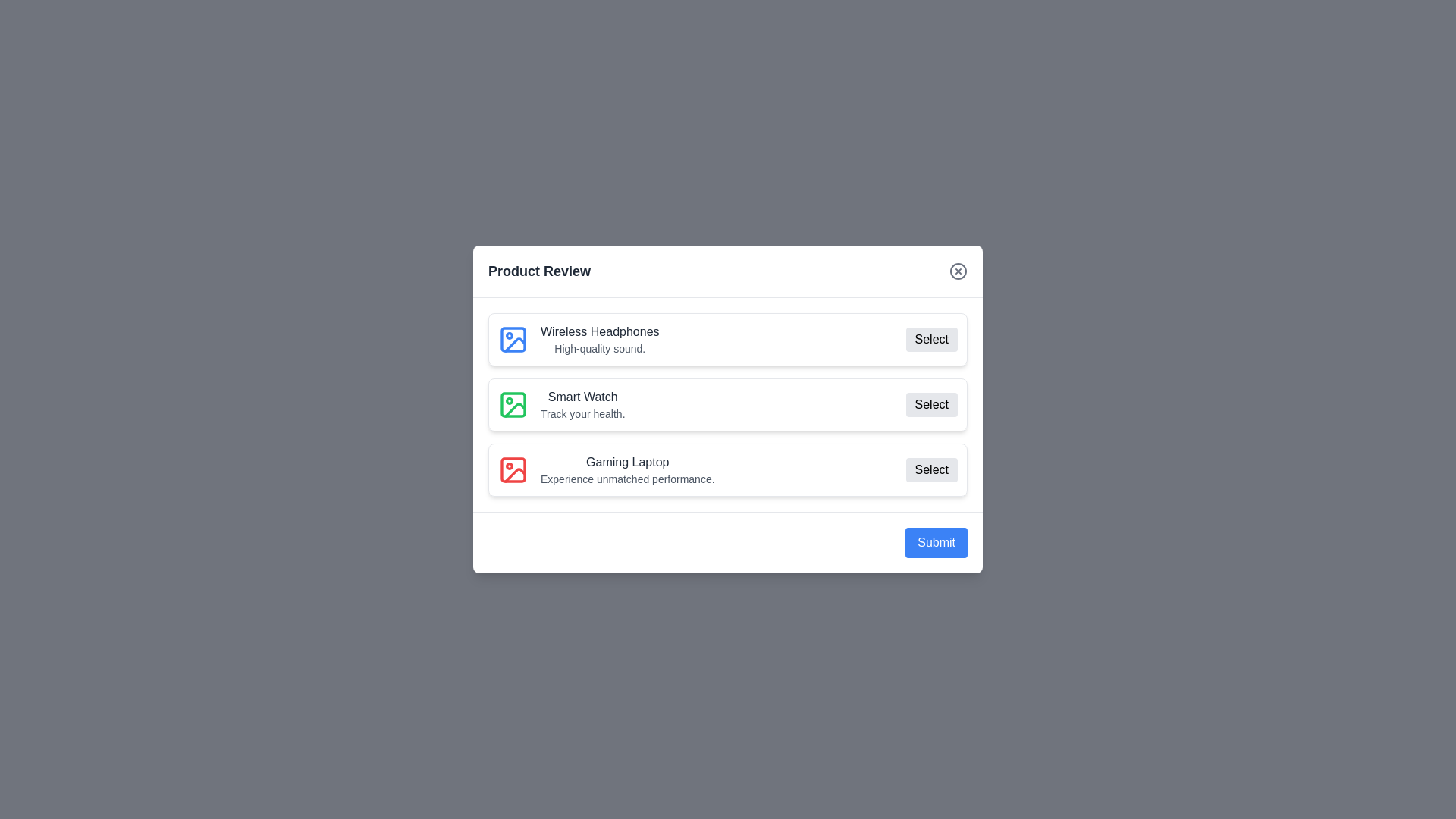 This screenshot has width=1456, height=819. I want to click on 'Select' button for the product identified by Gaming Laptop, so click(930, 469).